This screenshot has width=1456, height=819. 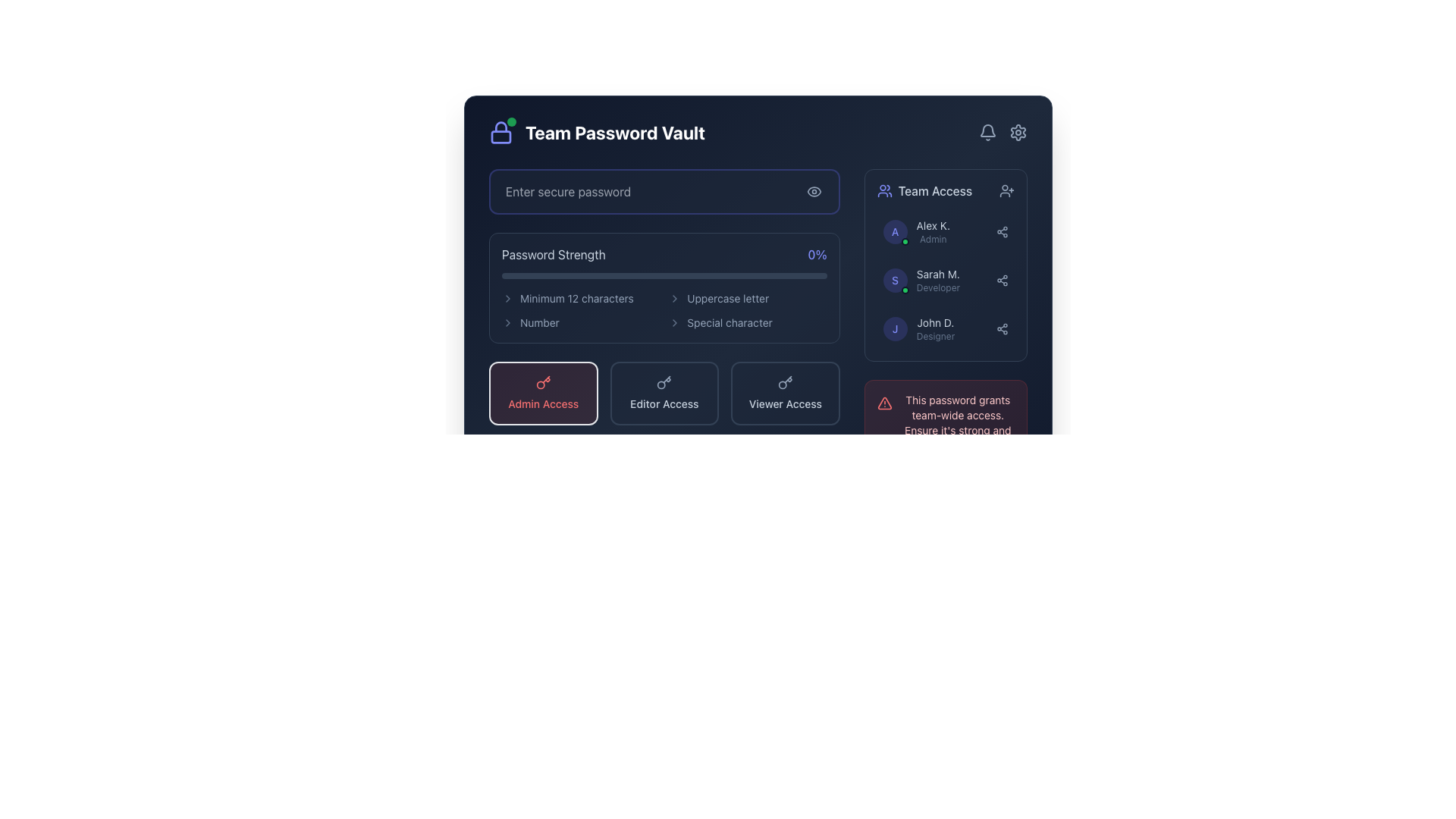 What do you see at coordinates (937, 275) in the screenshot?
I see `the Text Label element displaying 'Sarah M.' located in the middle section of the 'Team Access' panel, positioned under 'Alex K.' and above 'Developer'` at bounding box center [937, 275].